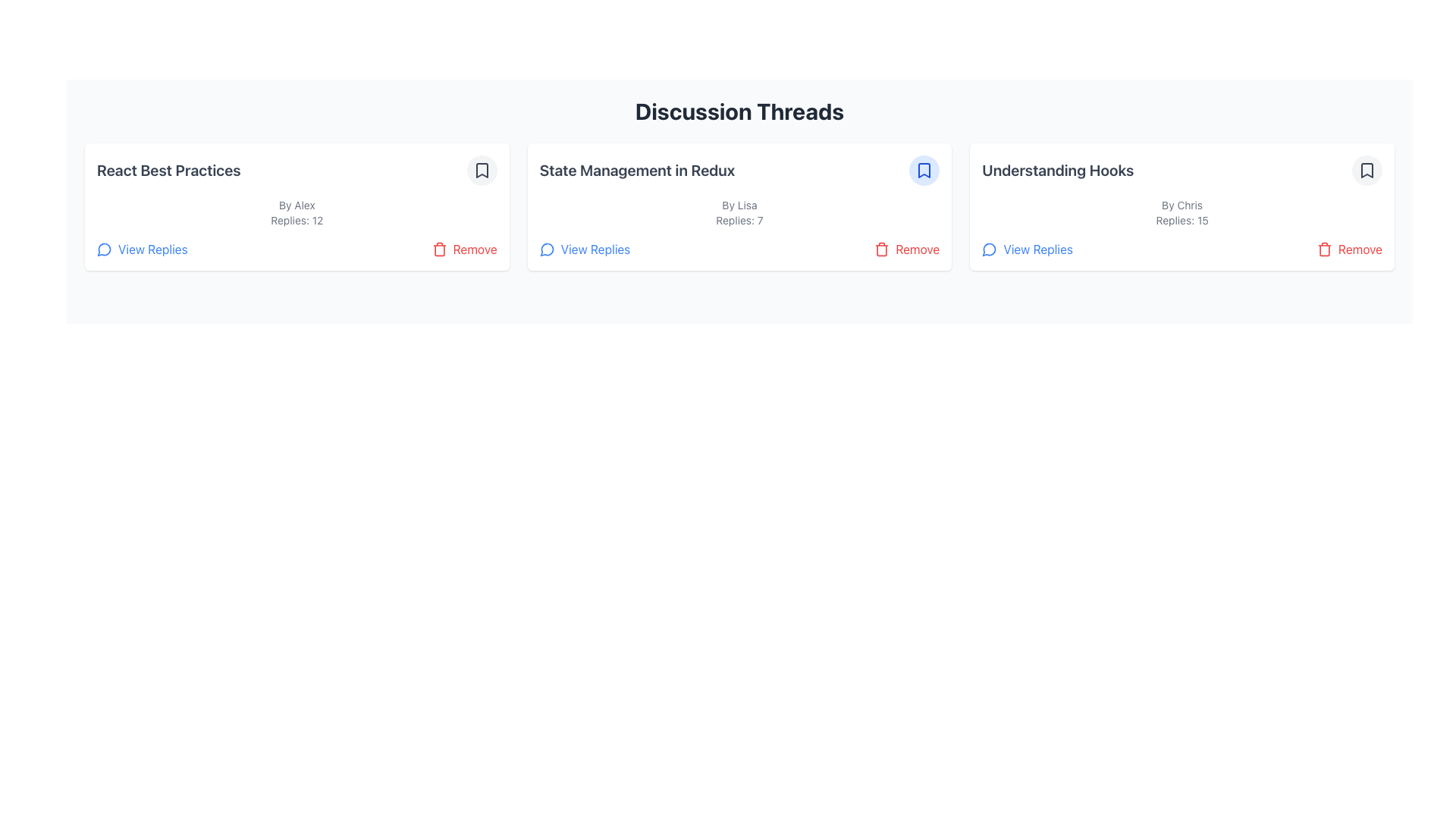 The height and width of the screenshot is (819, 1456). Describe the element at coordinates (1324, 248) in the screenshot. I see `the delete icon located to the left of the 'Remove' text in the 'Understanding Hooks' discussion card area` at that location.